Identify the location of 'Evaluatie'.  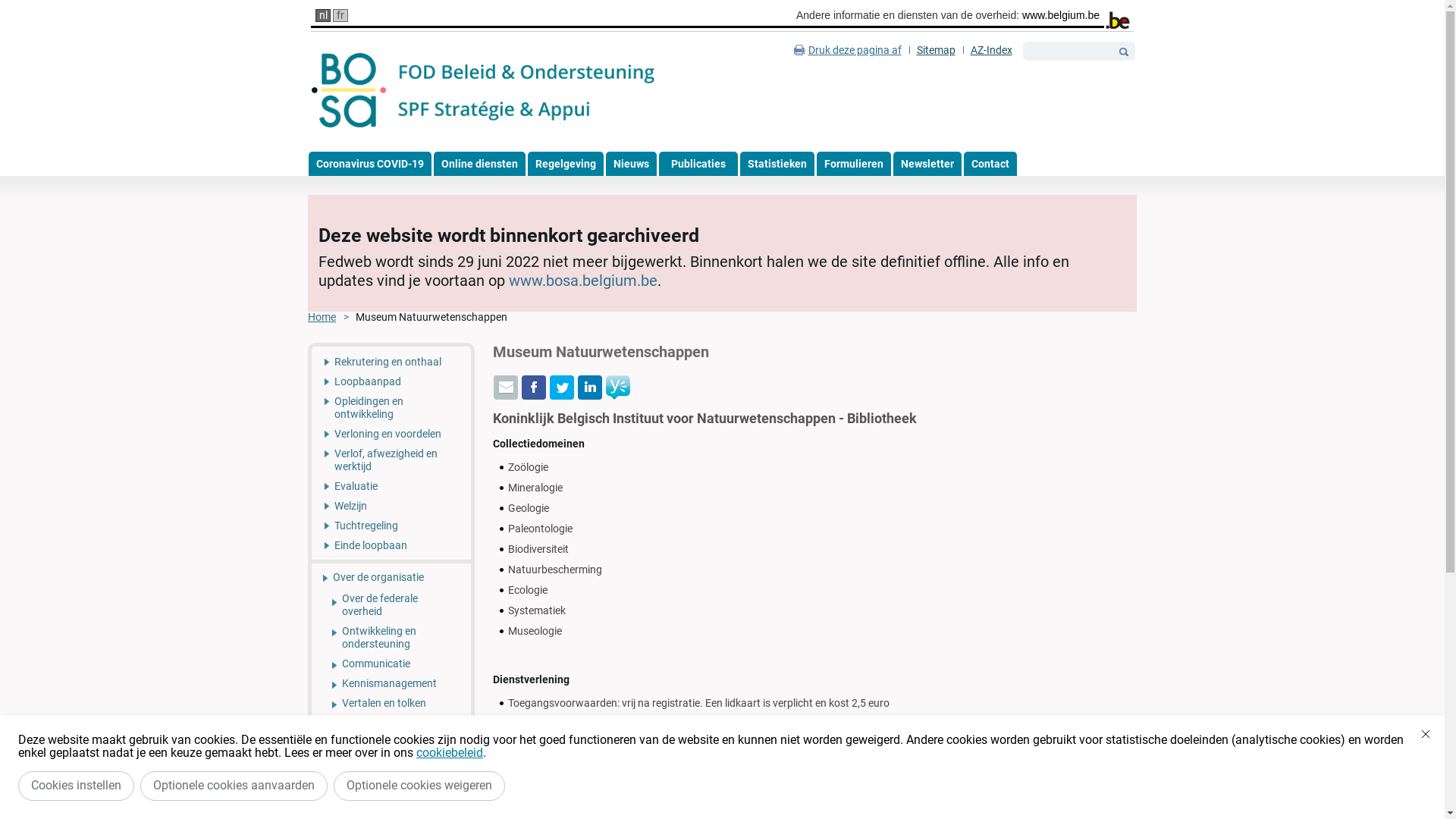
(391, 485).